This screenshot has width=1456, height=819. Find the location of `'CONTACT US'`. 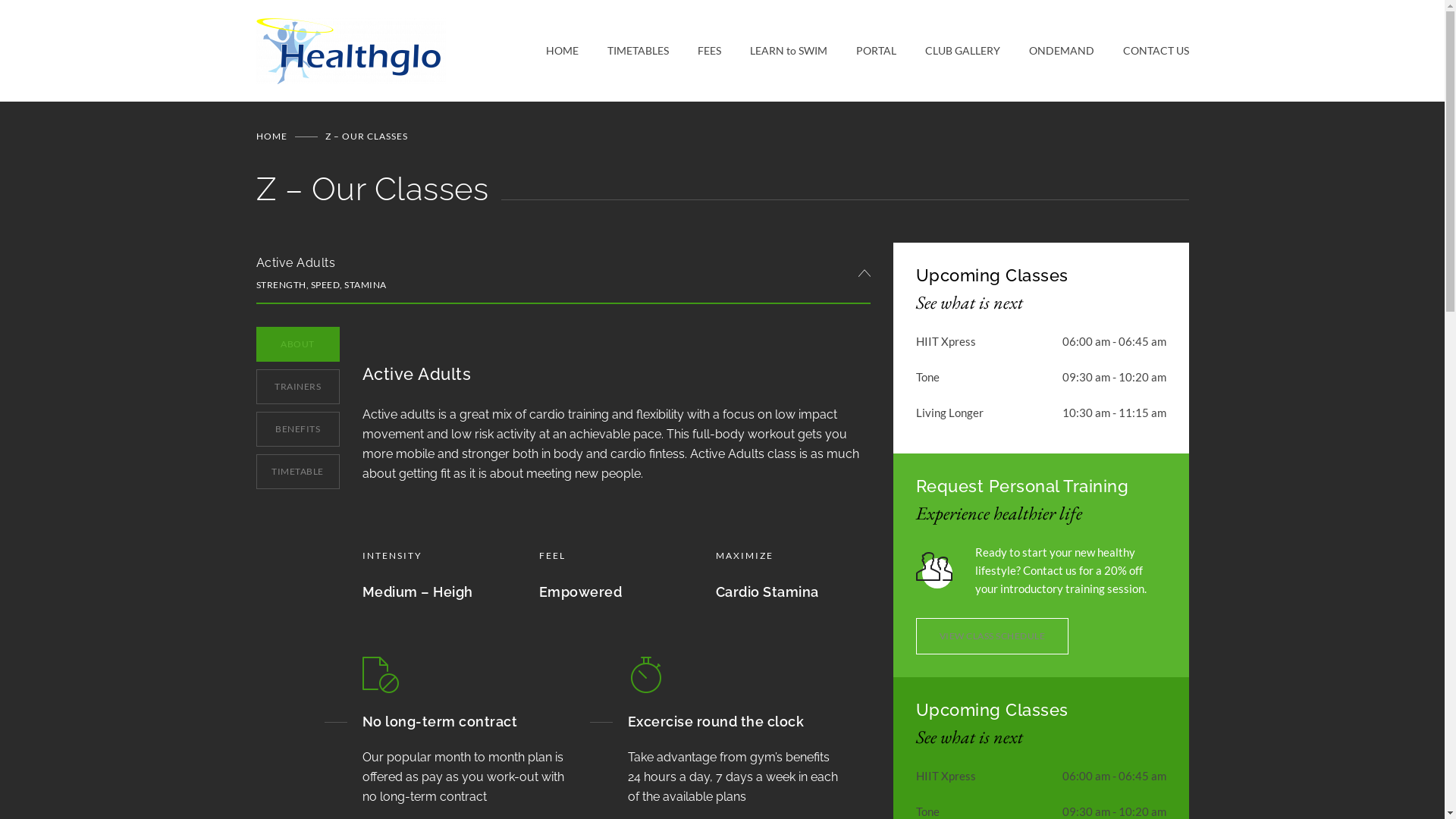

'CONTACT US' is located at coordinates (1141, 49).